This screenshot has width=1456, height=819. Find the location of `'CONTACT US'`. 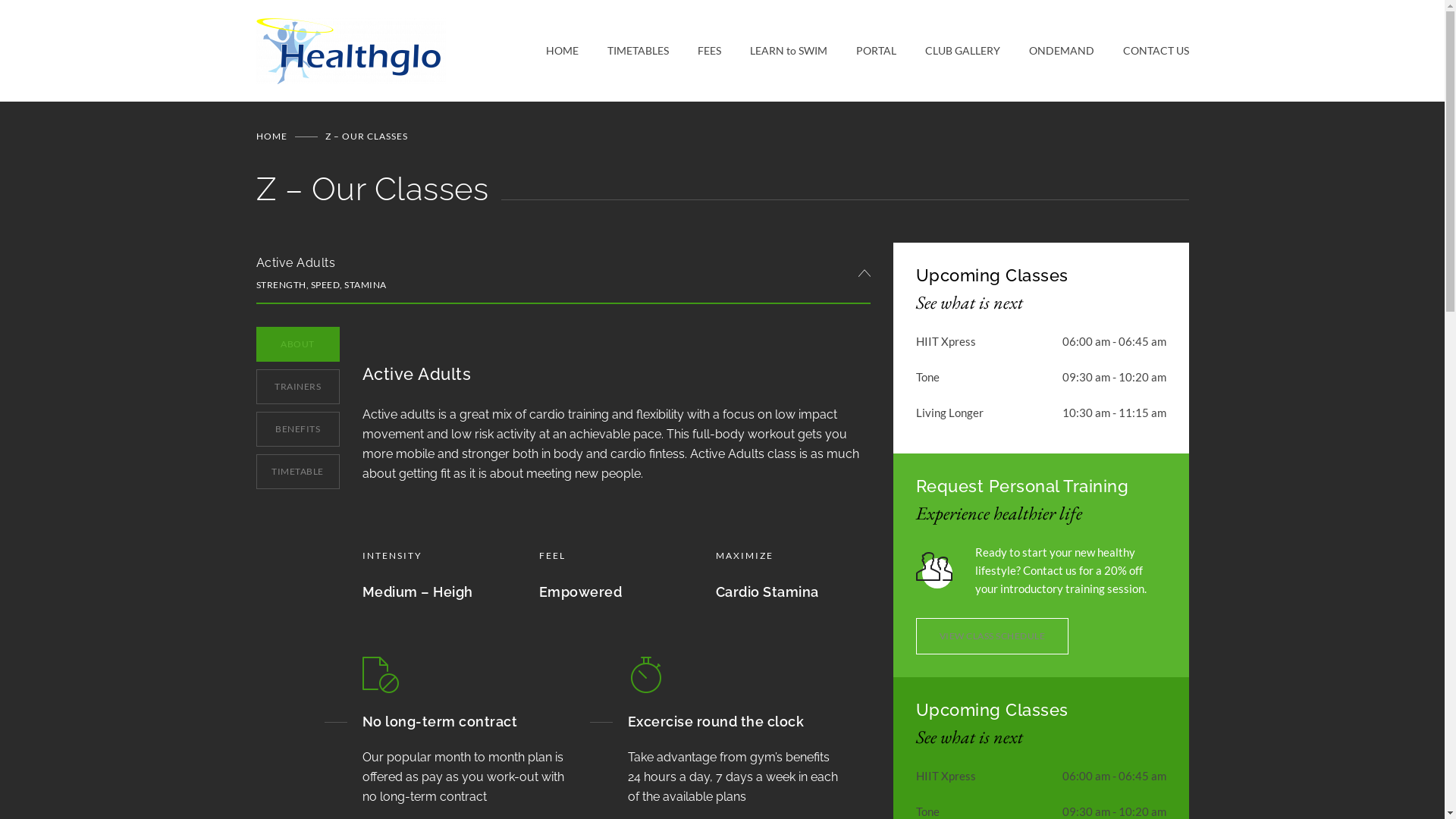

'CONTACT US' is located at coordinates (1141, 49).